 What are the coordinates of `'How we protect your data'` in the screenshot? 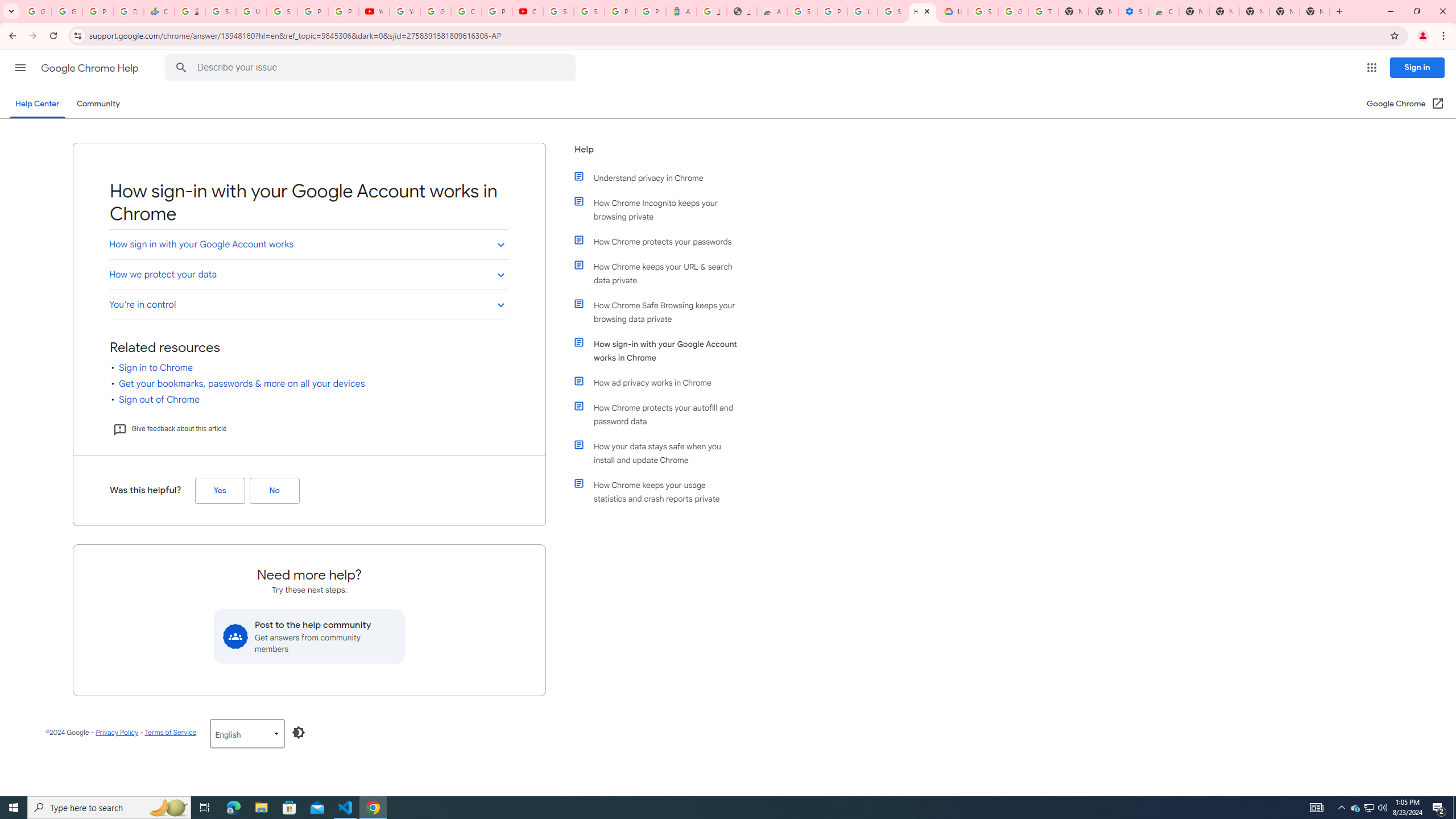 It's located at (308, 274).